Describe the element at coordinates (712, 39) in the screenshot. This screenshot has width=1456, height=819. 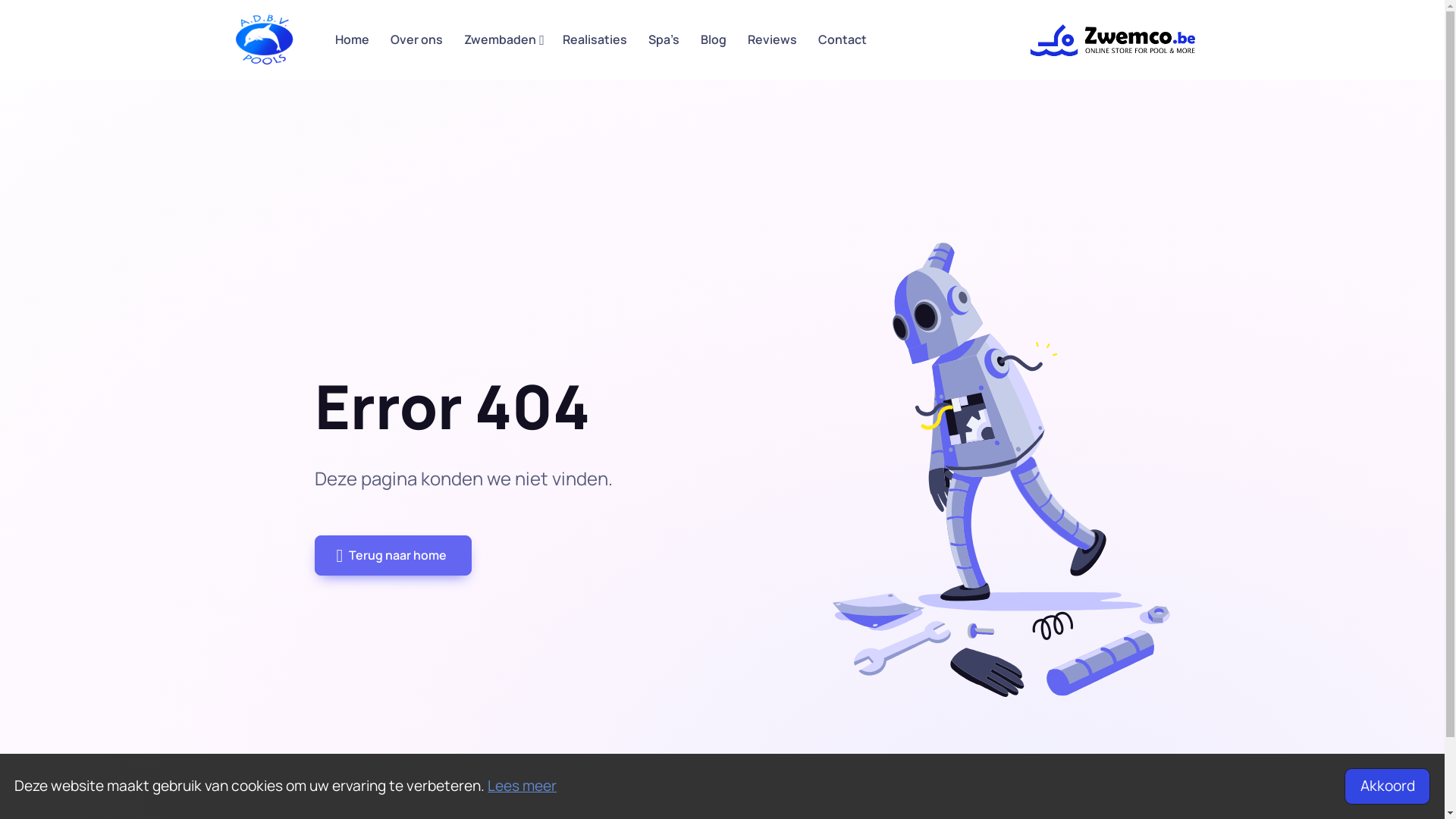
I see `'Blog'` at that location.